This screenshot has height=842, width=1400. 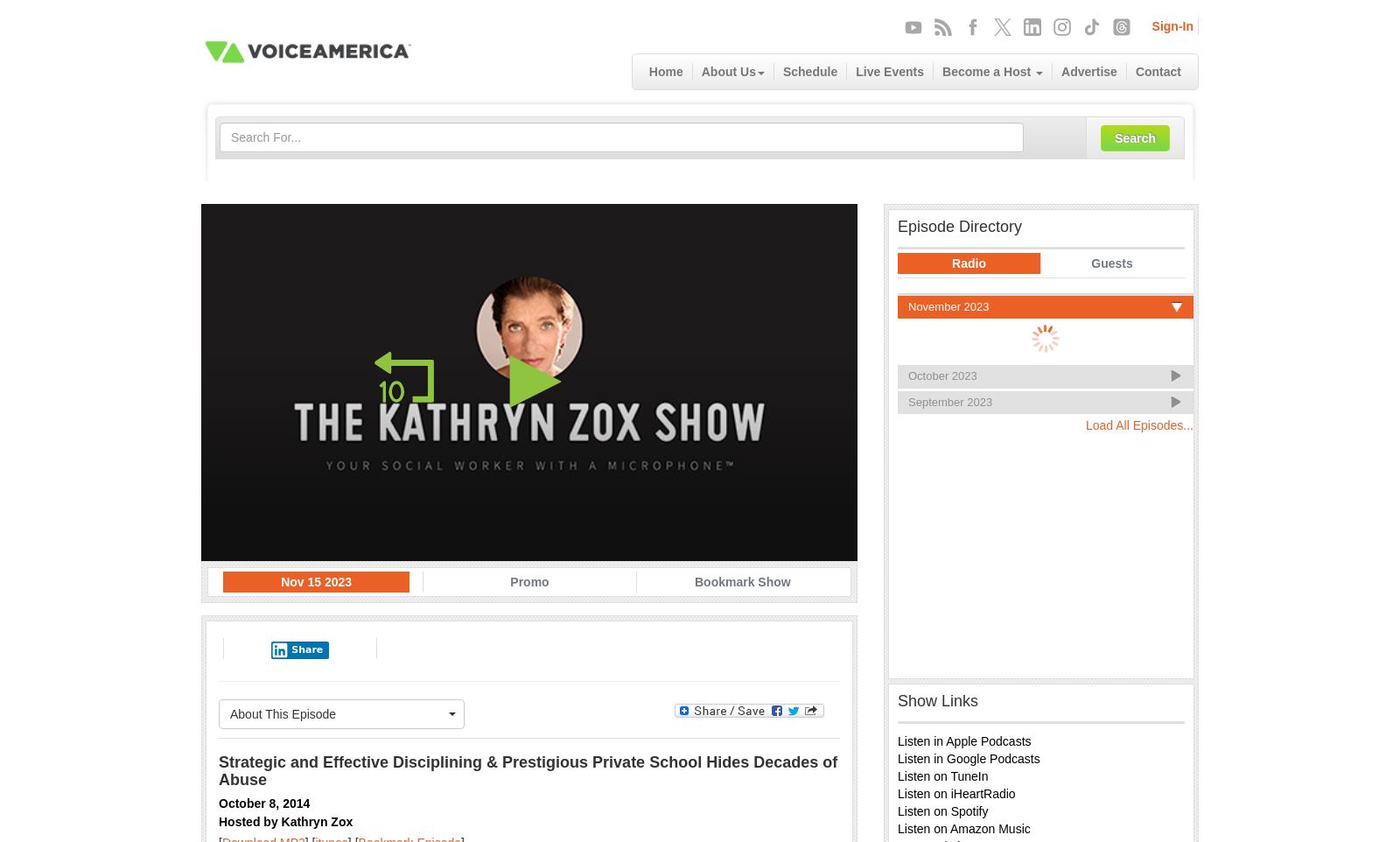 What do you see at coordinates (280, 580) in the screenshot?
I see `'Nov 15 2023'` at bounding box center [280, 580].